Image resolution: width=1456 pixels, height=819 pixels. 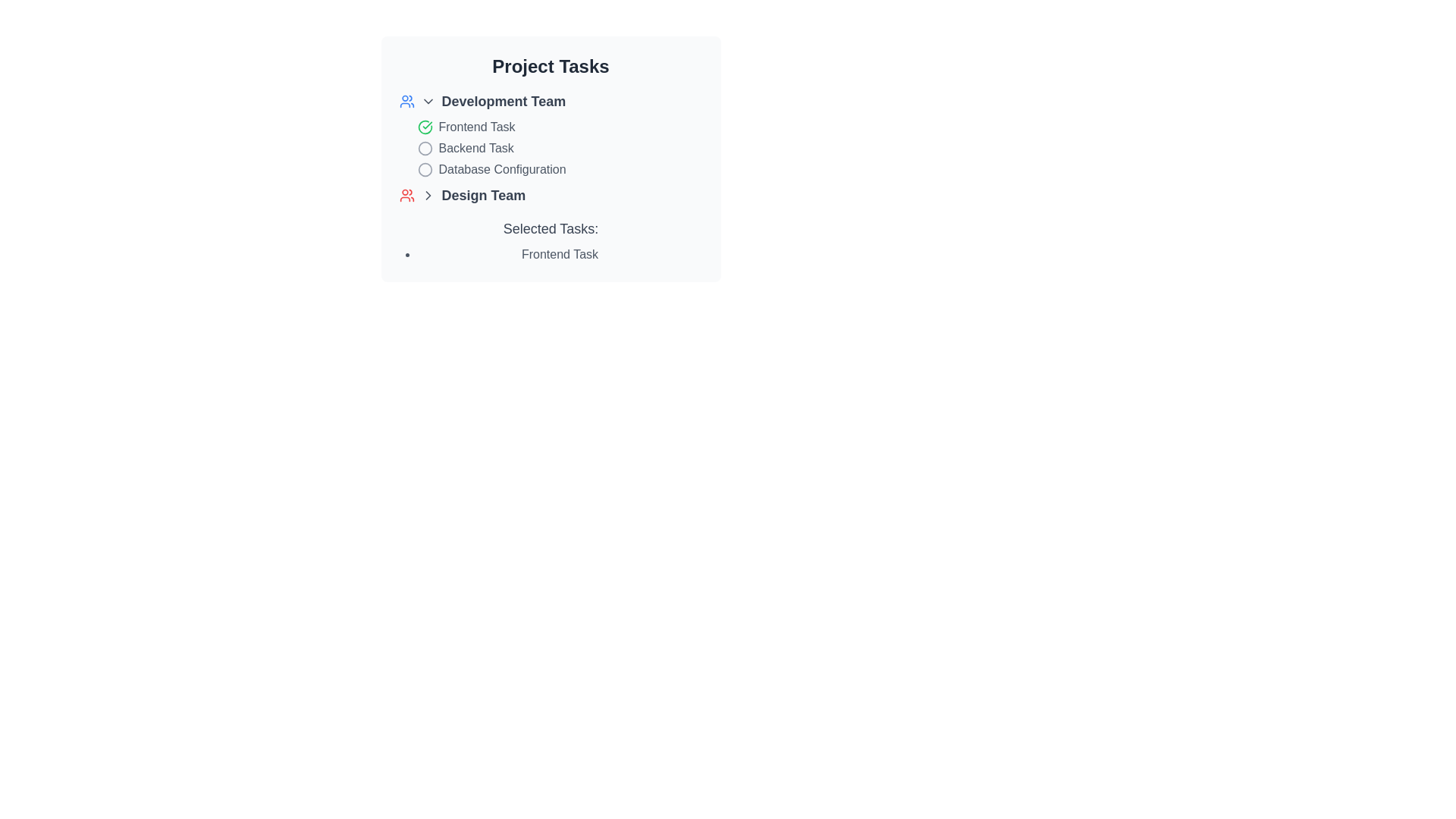 I want to click on the 'Backend Task' text label, which is the second item in the task list under the 'Development Team' section, located below the 'Frontend Task' and above the 'Database Configuration', so click(x=475, y=149).